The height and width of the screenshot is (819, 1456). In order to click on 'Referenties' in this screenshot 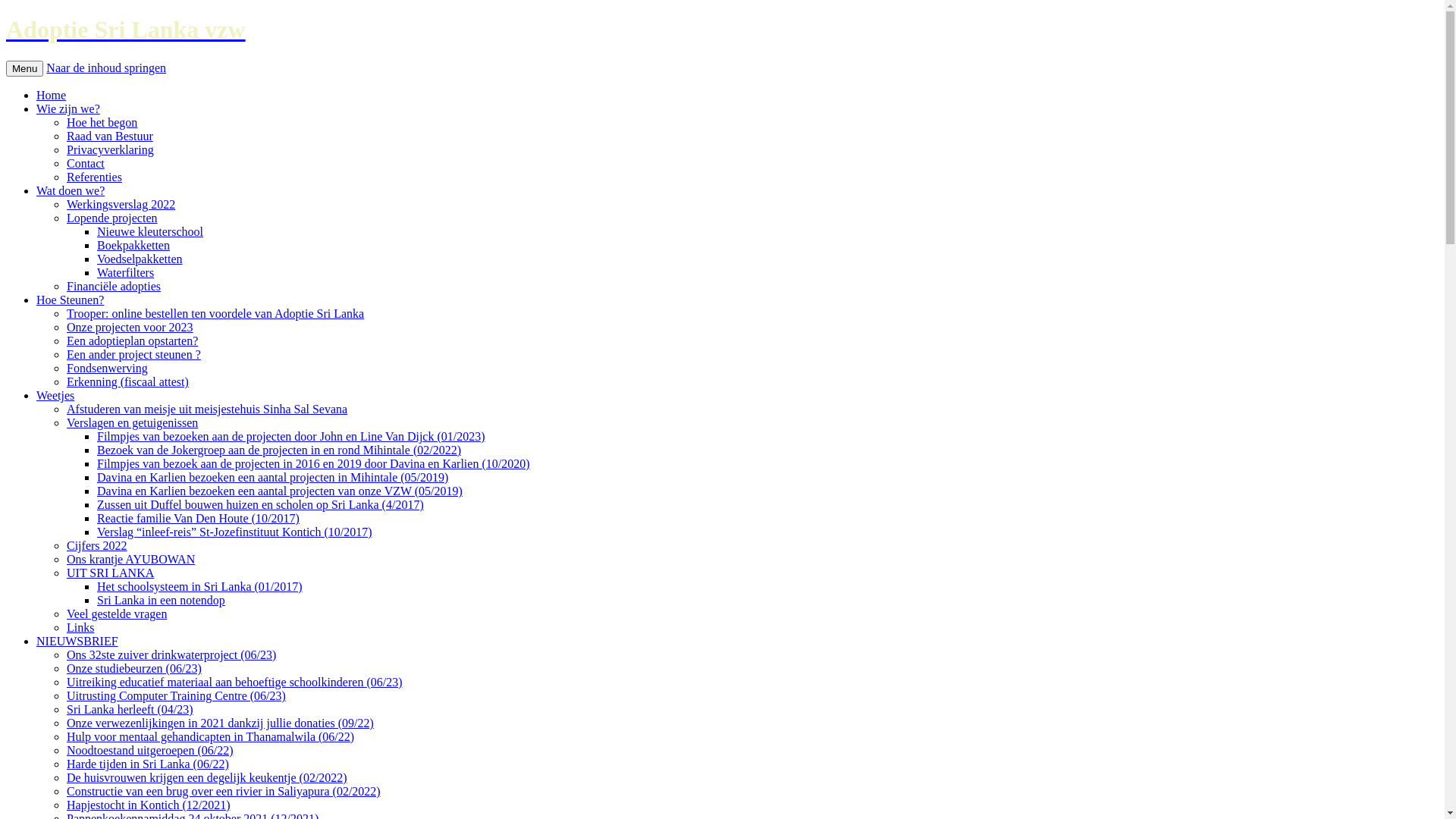, I will do `click(93, 176)`.